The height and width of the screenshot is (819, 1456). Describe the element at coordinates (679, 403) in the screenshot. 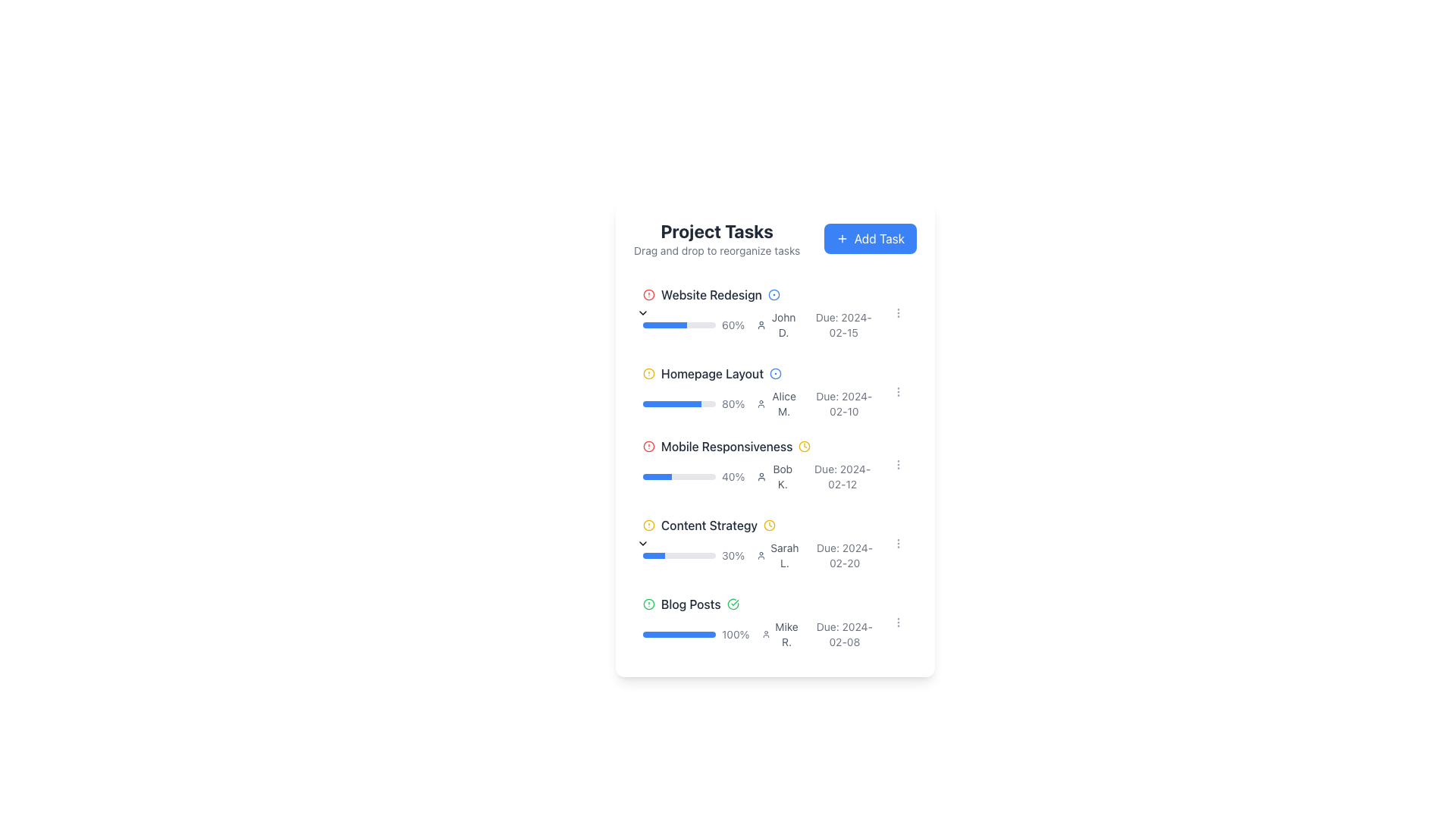

I see `the rectangular progress bar with a gray background and blue-filled portion, positioned in the left portion of the horizontal group next to the '80%' percentage value` at that location.